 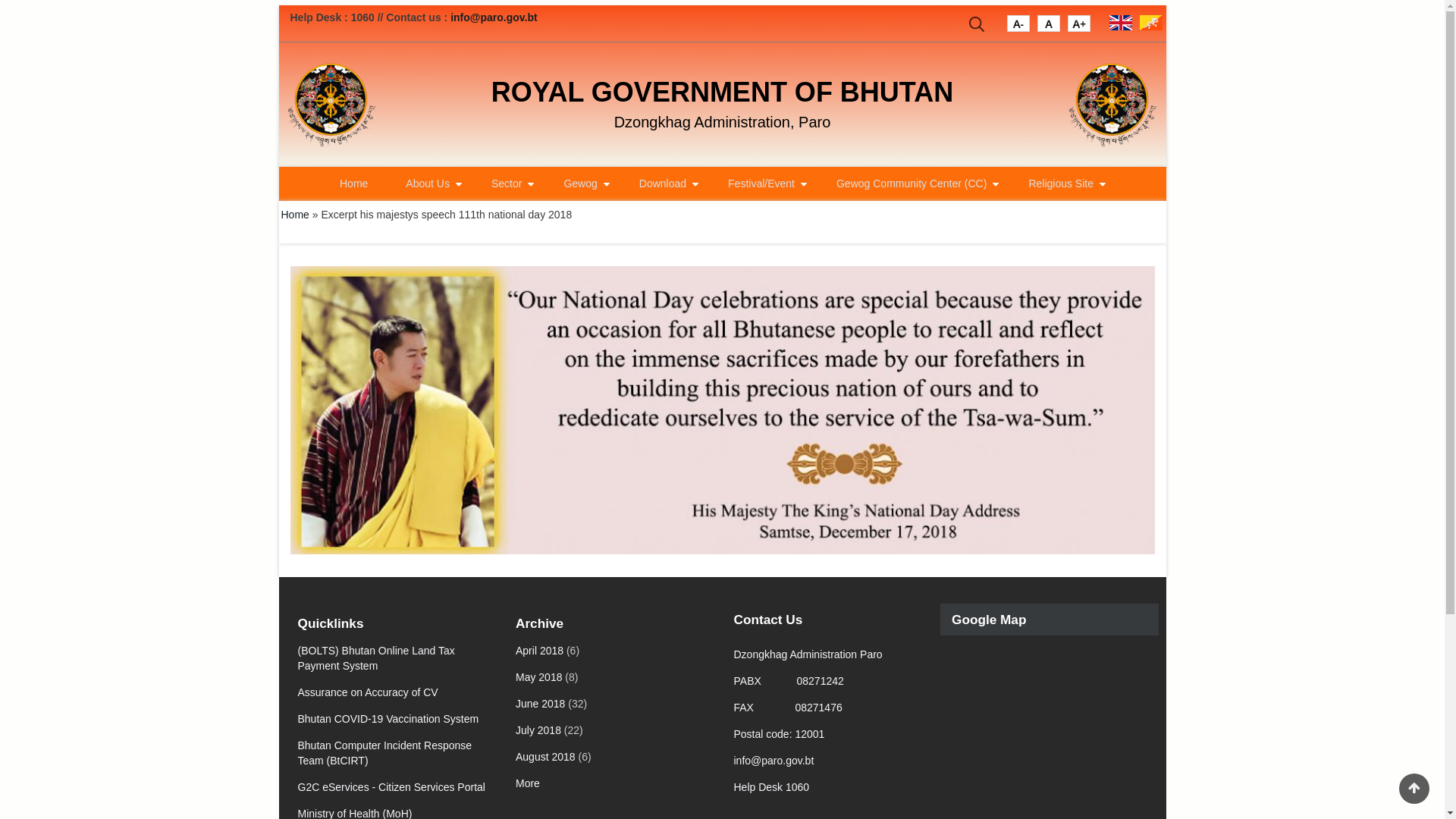 What do you see at coordinates (428, 183) in the screenshot?
I see `'About Us'` at bounding box center [428, 183].